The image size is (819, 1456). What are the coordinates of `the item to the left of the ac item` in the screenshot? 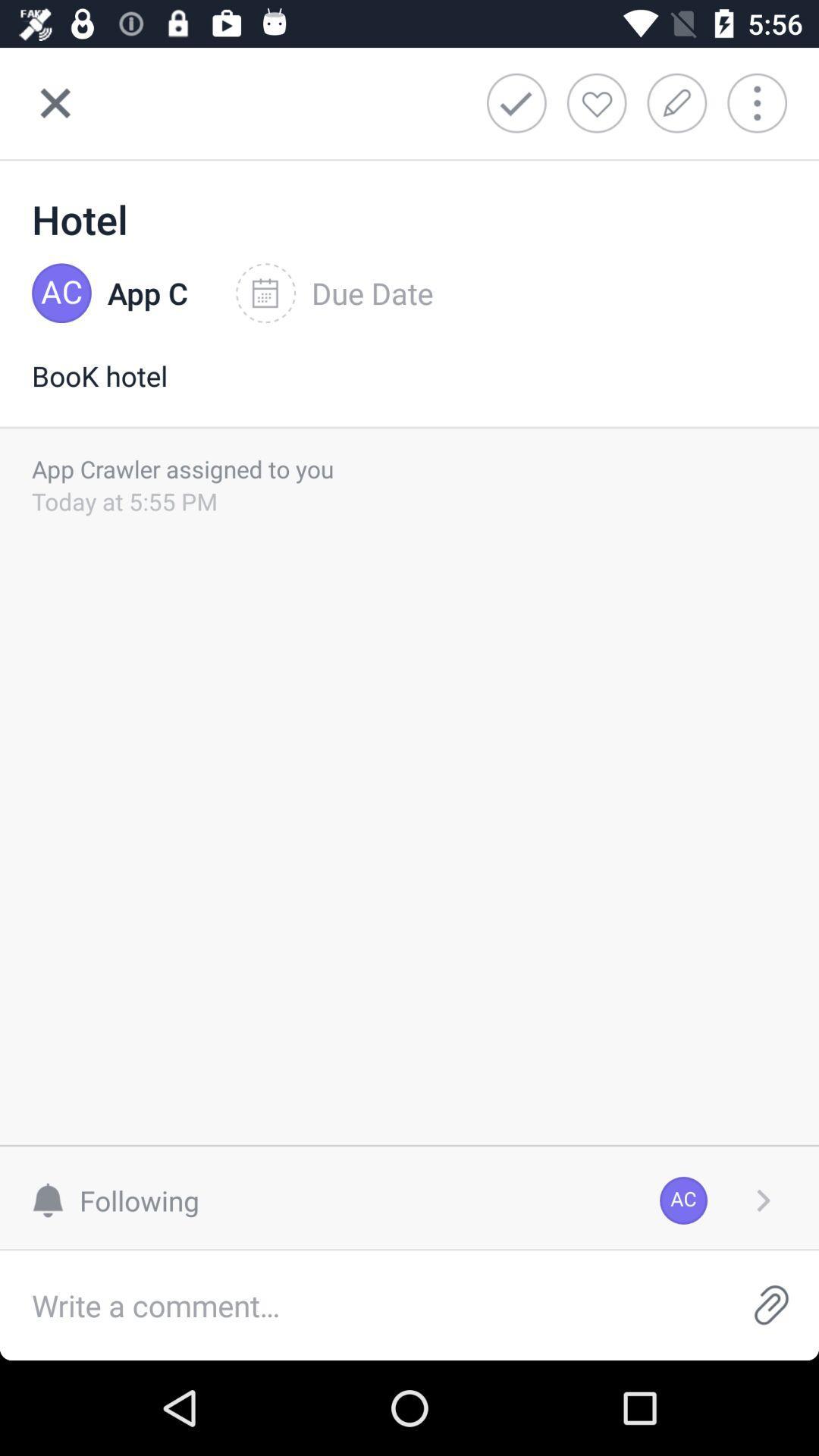 It's located at (122, 1200).